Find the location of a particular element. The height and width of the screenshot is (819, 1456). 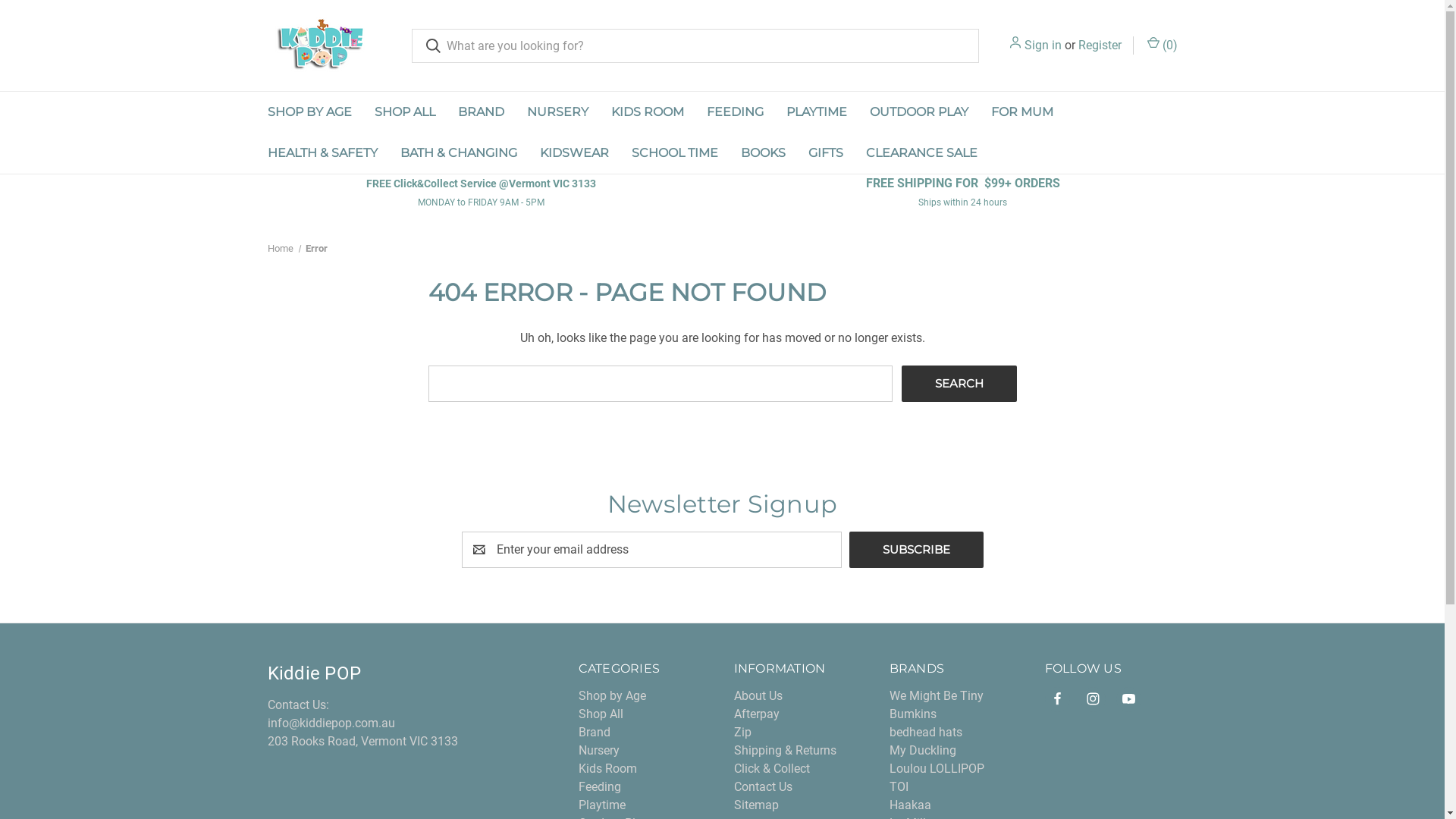

'Subscribe' is located at coordinates (915, 549).